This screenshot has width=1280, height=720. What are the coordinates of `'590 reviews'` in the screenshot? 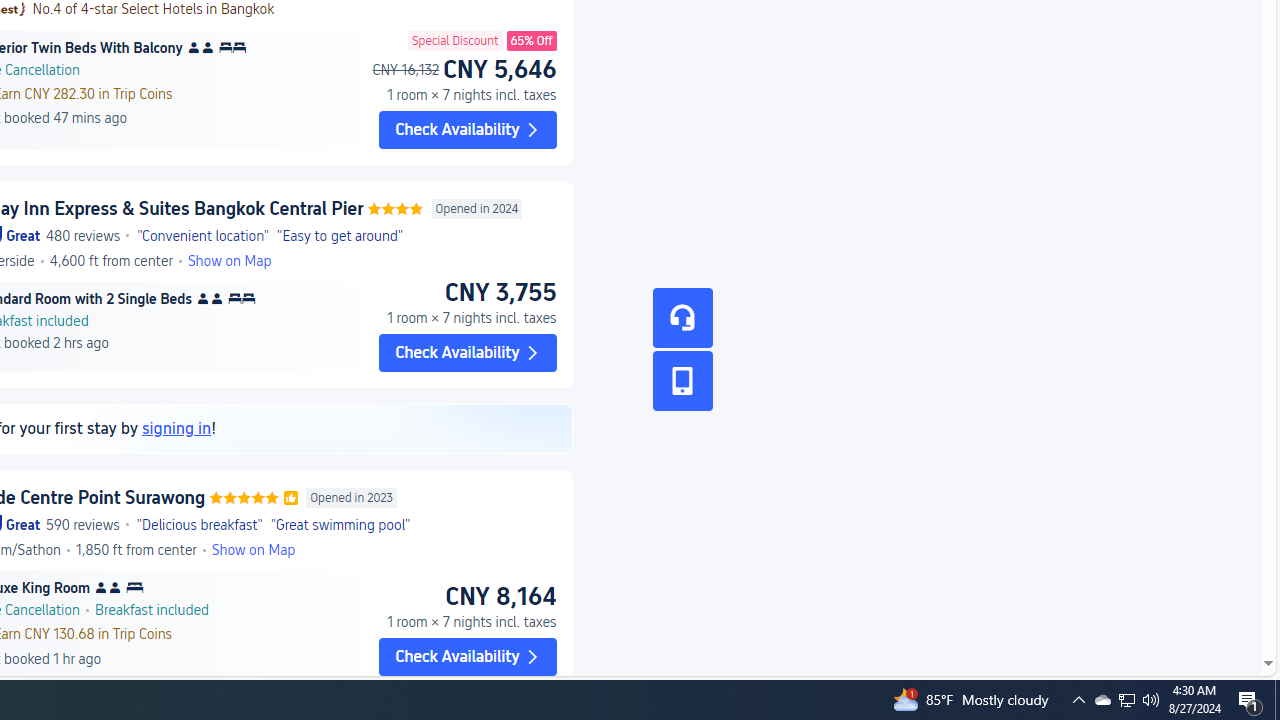 It's located at (81, 523).